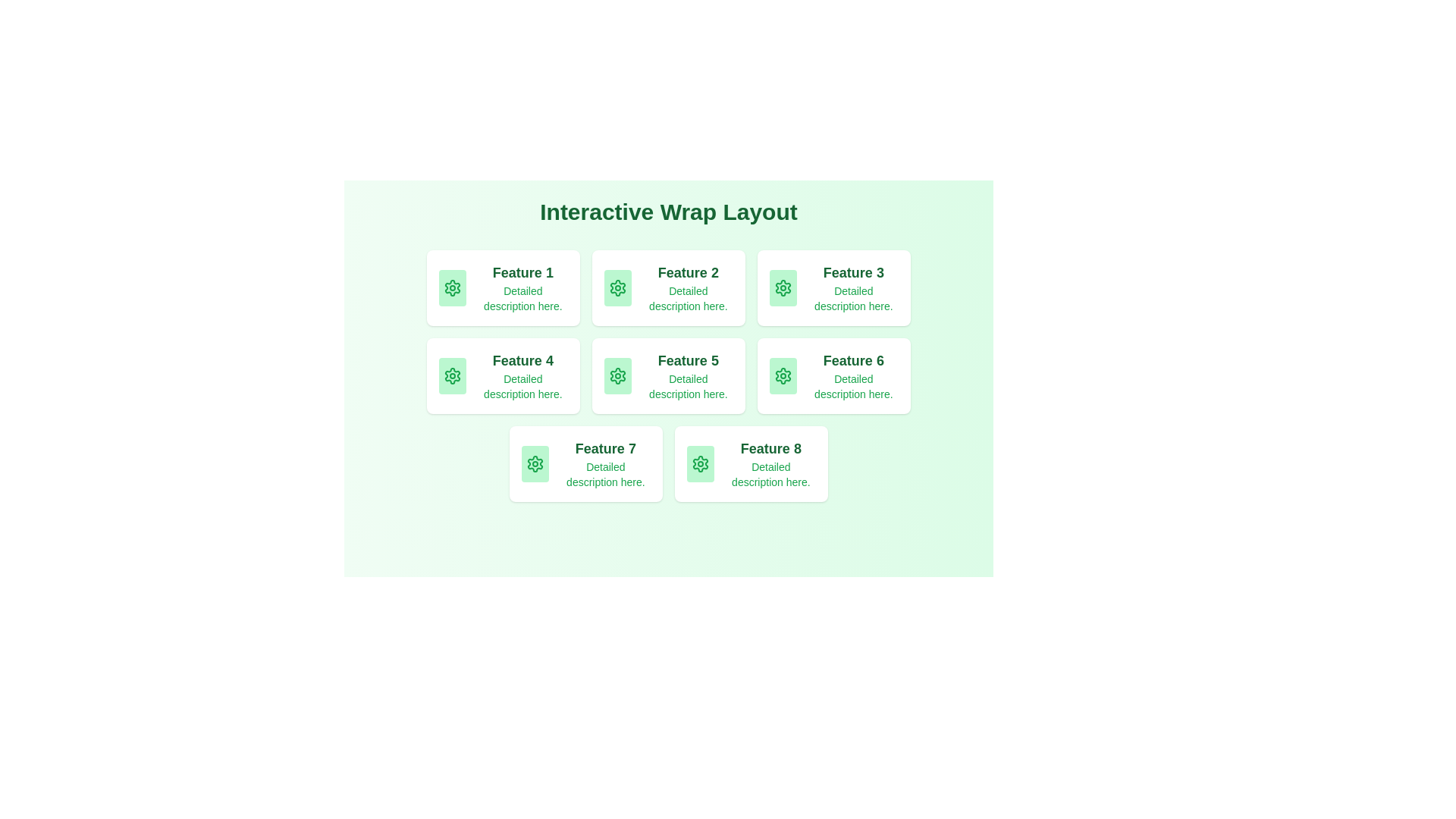 The width and height of the screenshot is (1456, 819). Describe the element at coordinates (687, 288) in the screenshot. I see `text label that displays 'Feature 2' in bold green font and 'Detailed description here.' in smaller, lighter green text, located in the second column of the first row within a grid layout` at that location.